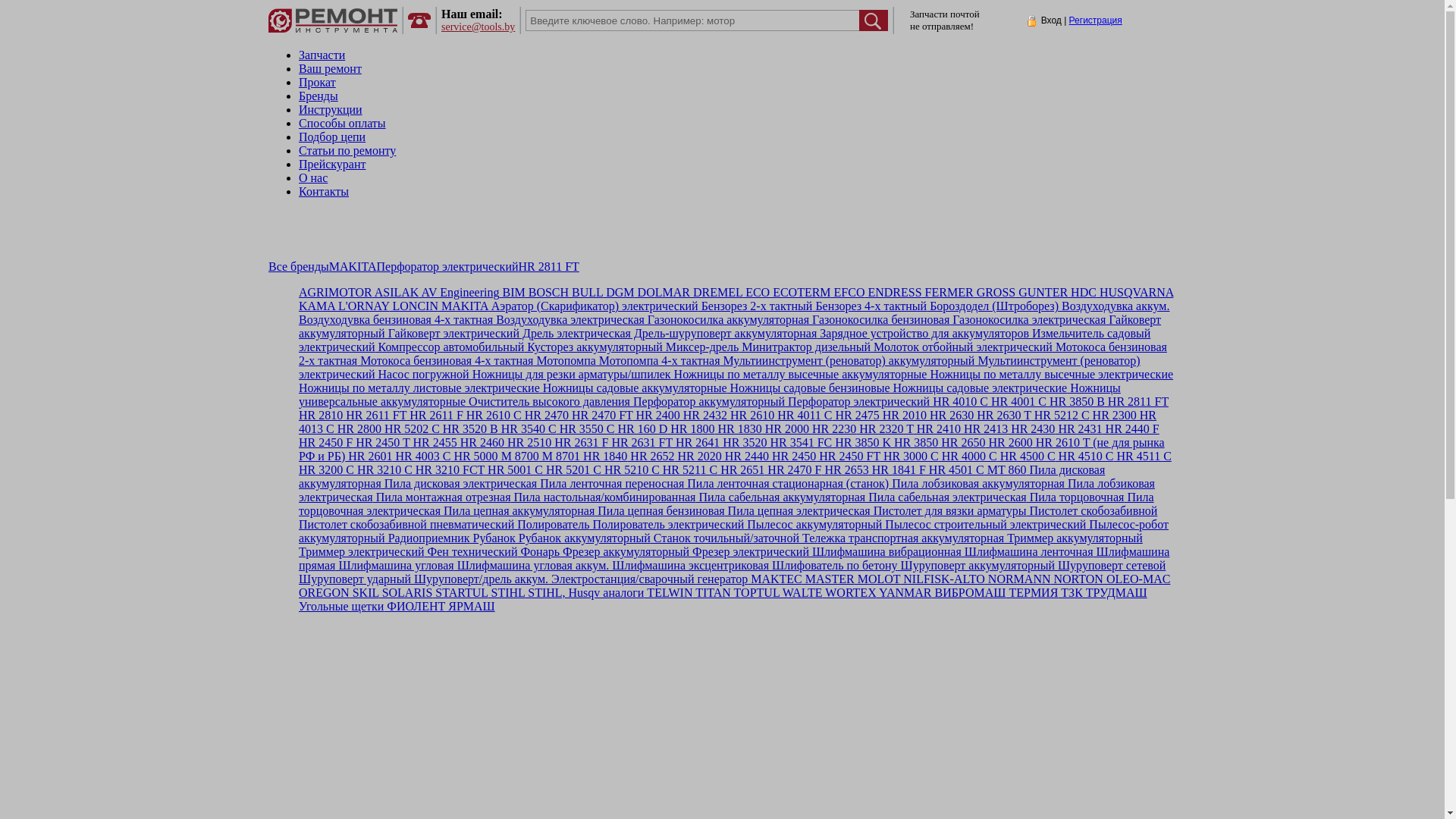  I want to click on 'AV Engineering', so click(457, 292).